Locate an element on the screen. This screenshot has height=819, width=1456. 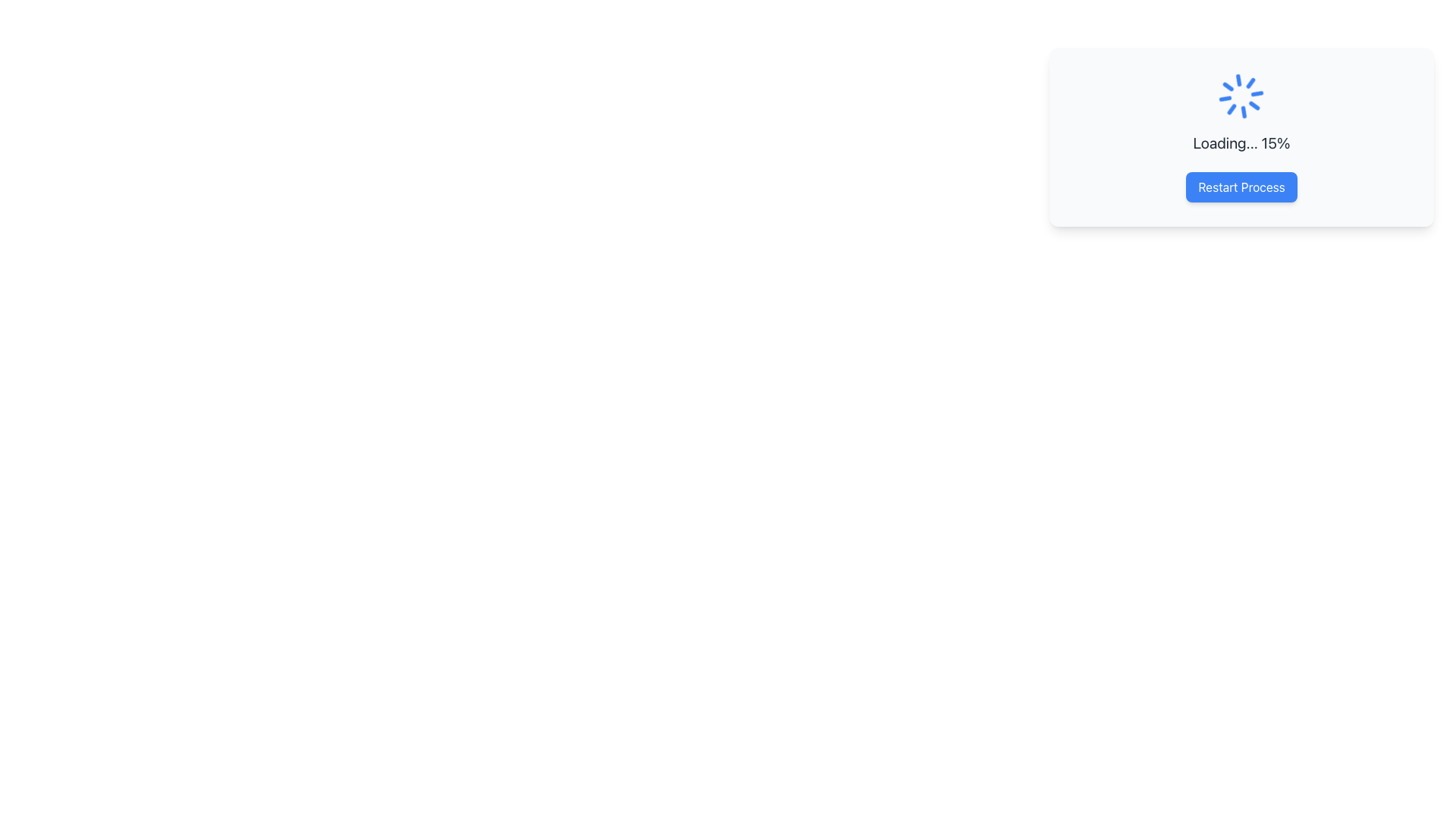
the topmost vertical line segment of the animated SVG loader graphic located in the upper-middle portion of a card is located at coordinates (1247, 111).